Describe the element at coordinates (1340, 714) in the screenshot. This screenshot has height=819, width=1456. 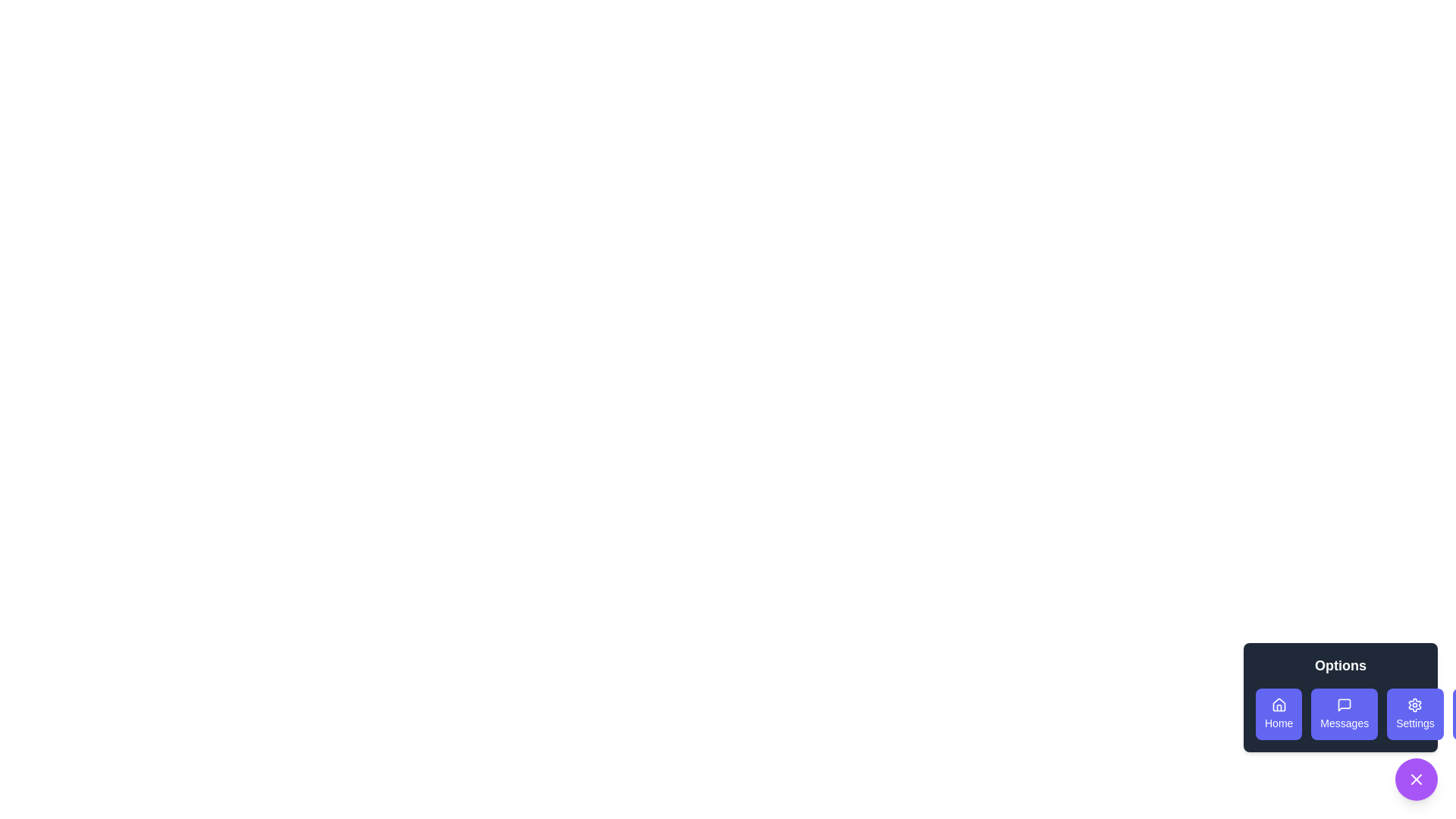
I see `the second button in the row of four buttons, located between the 'Home' and 'Settings' buttons` at that location.